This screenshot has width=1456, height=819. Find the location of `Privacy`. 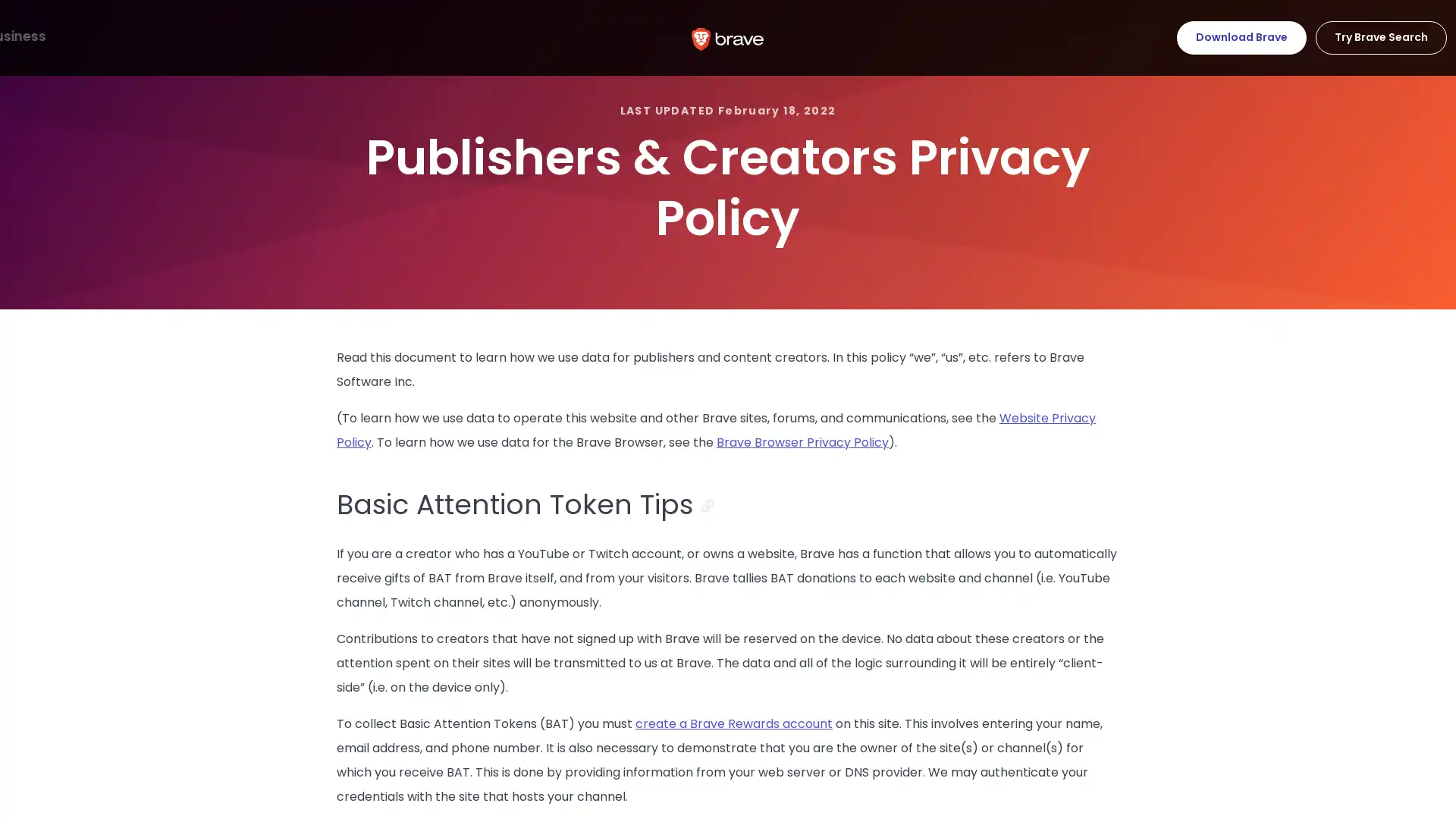

Privacy is located at coordinates (196, 36).